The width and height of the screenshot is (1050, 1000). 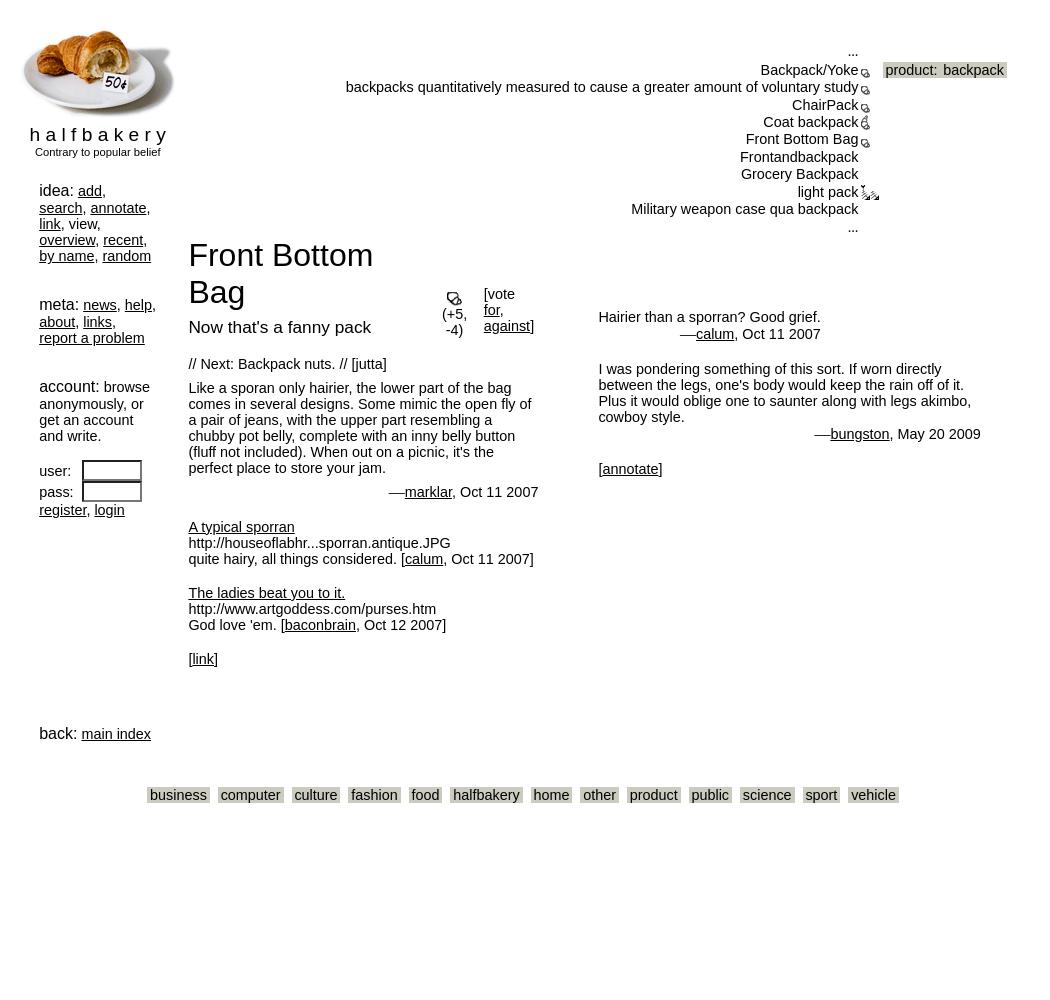 I want to click on 'report a problem', so click(x=91, y=337).